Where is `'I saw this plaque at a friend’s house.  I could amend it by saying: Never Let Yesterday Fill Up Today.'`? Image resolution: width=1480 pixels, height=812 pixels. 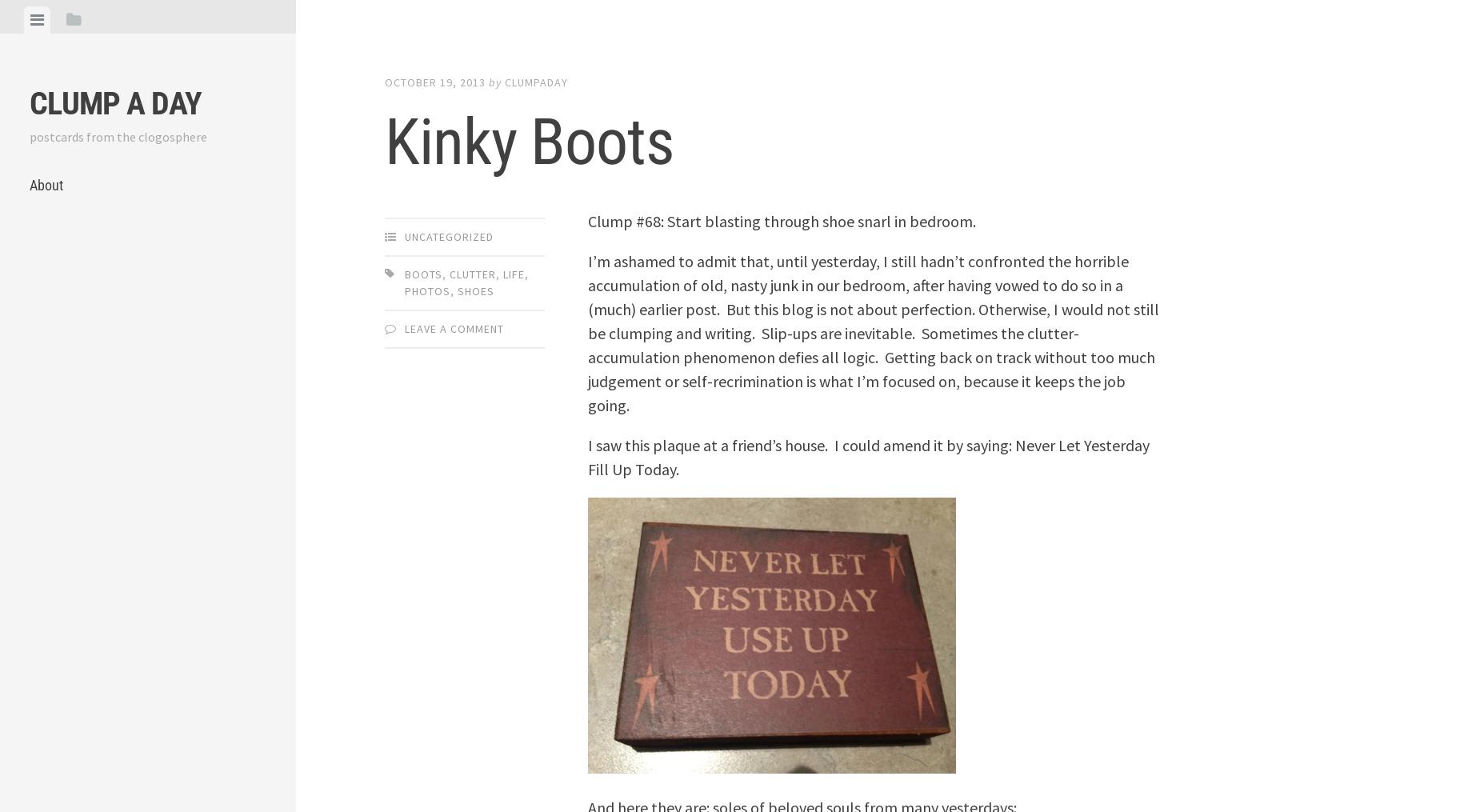
'I saw this plaque at a friend’s house.  I could amend it by saying: Never Let Yesterday Fill Up Today.' is located at coordinates (867, 456).